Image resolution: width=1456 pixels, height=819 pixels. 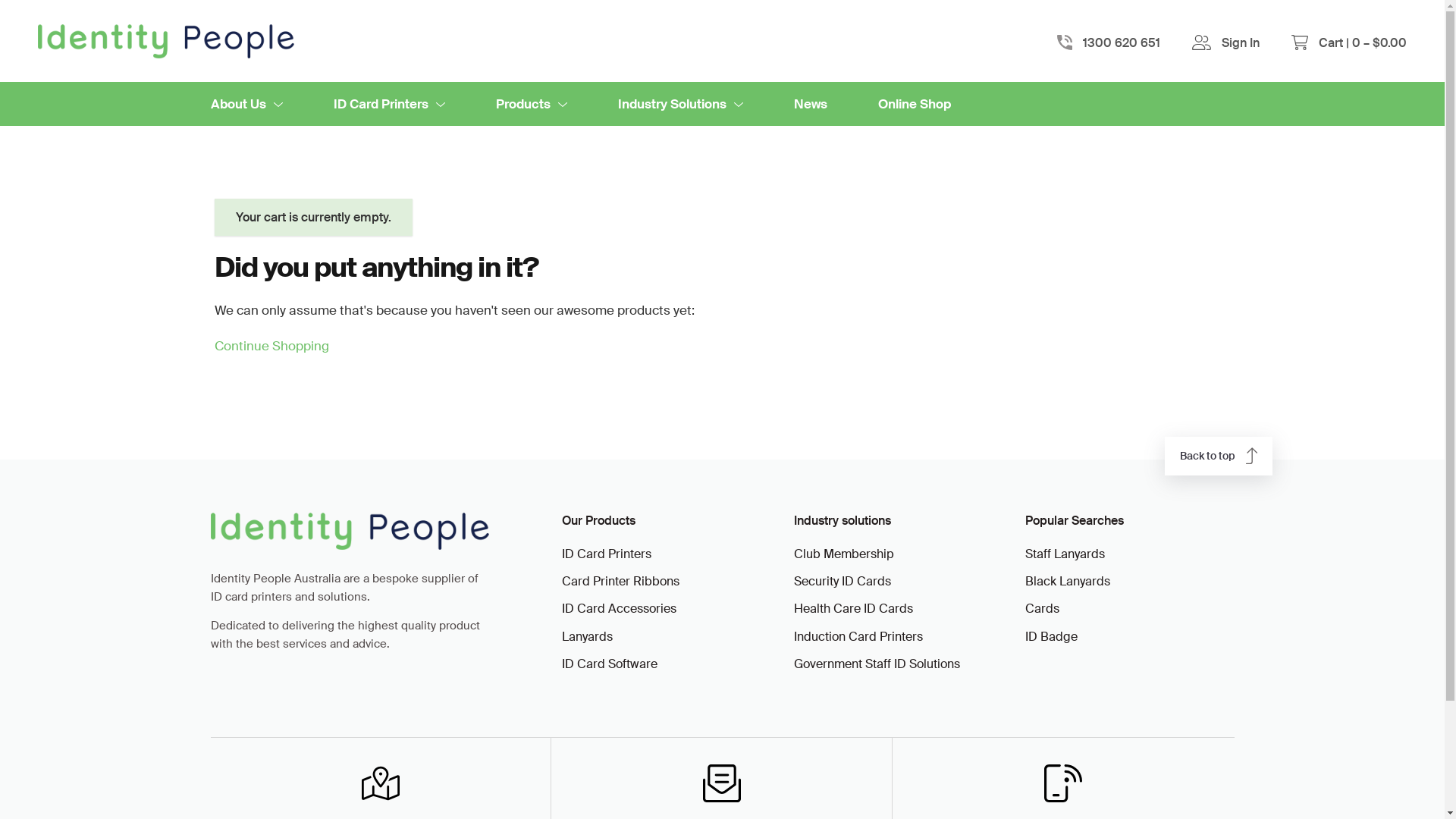 What do you see at coordinates (662, 663) in the screenshot?
I see `'ID Card Software'` at bounding box center [662, 663].